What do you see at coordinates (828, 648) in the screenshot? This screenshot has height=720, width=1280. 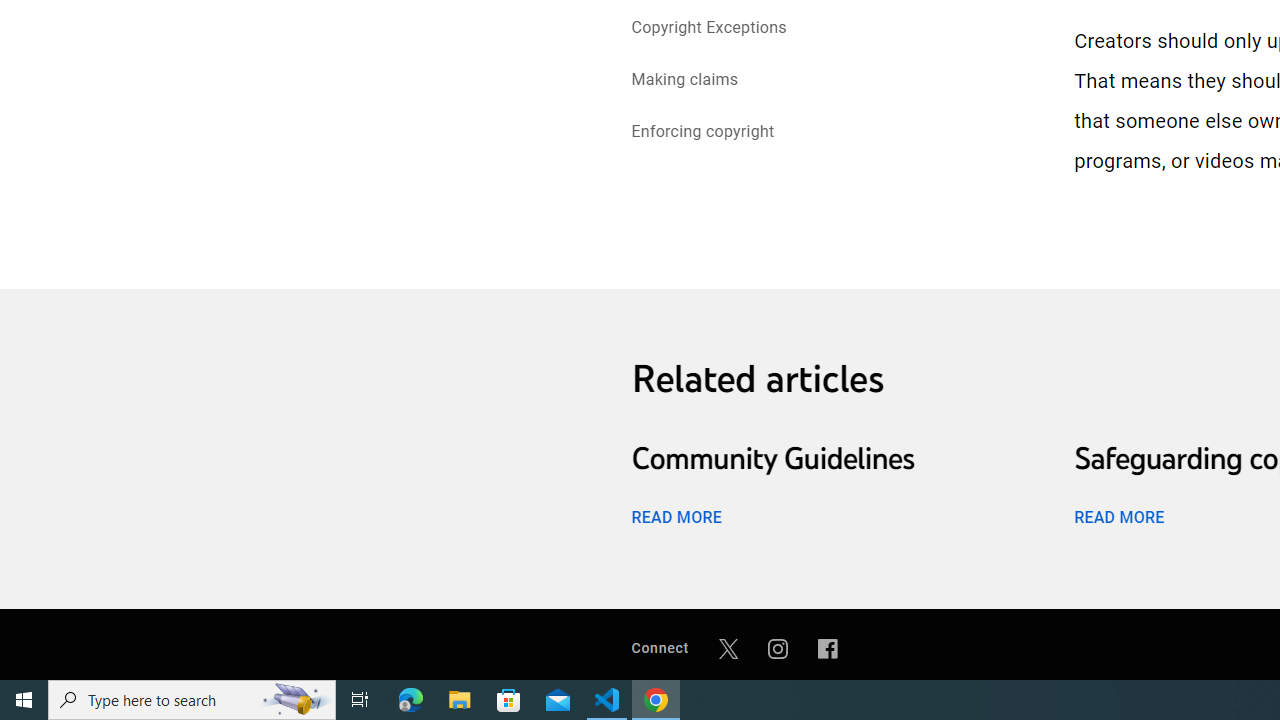 I see `'Facebook'` at bounding box center [828, 648].